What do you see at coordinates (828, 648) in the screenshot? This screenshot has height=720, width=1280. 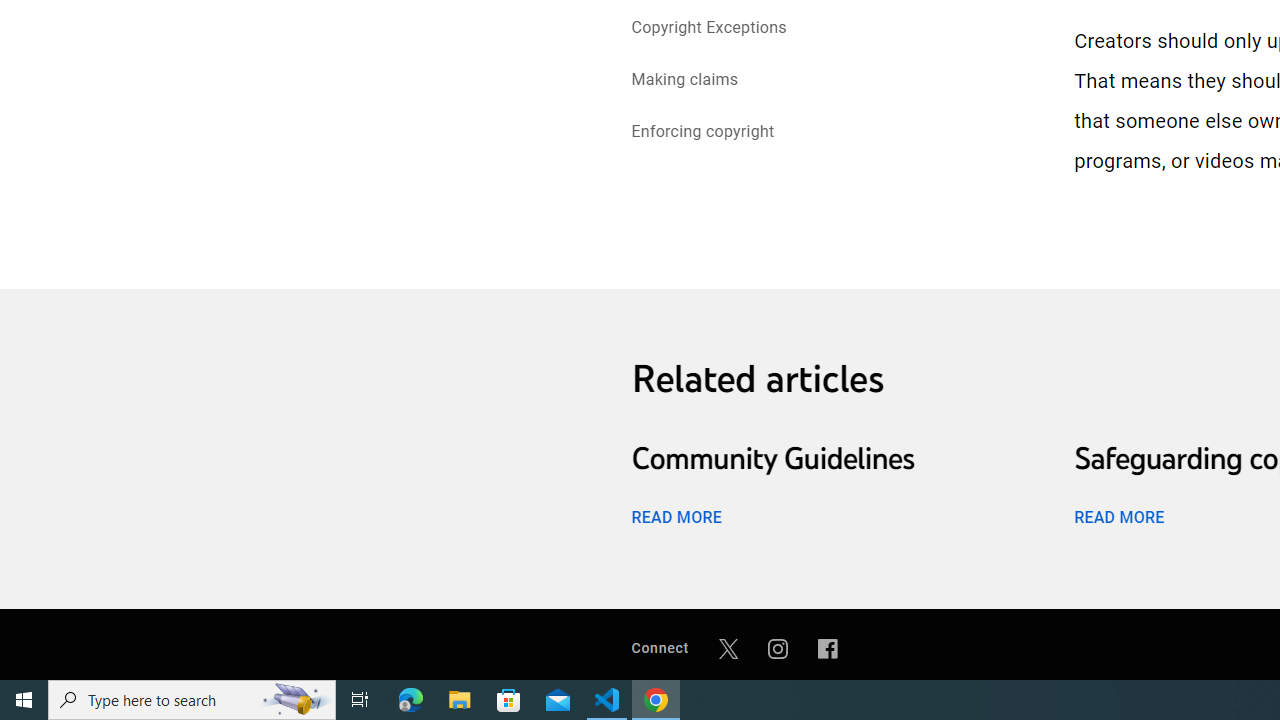 I see `'Facebook'` at bounding box center [828, 648].